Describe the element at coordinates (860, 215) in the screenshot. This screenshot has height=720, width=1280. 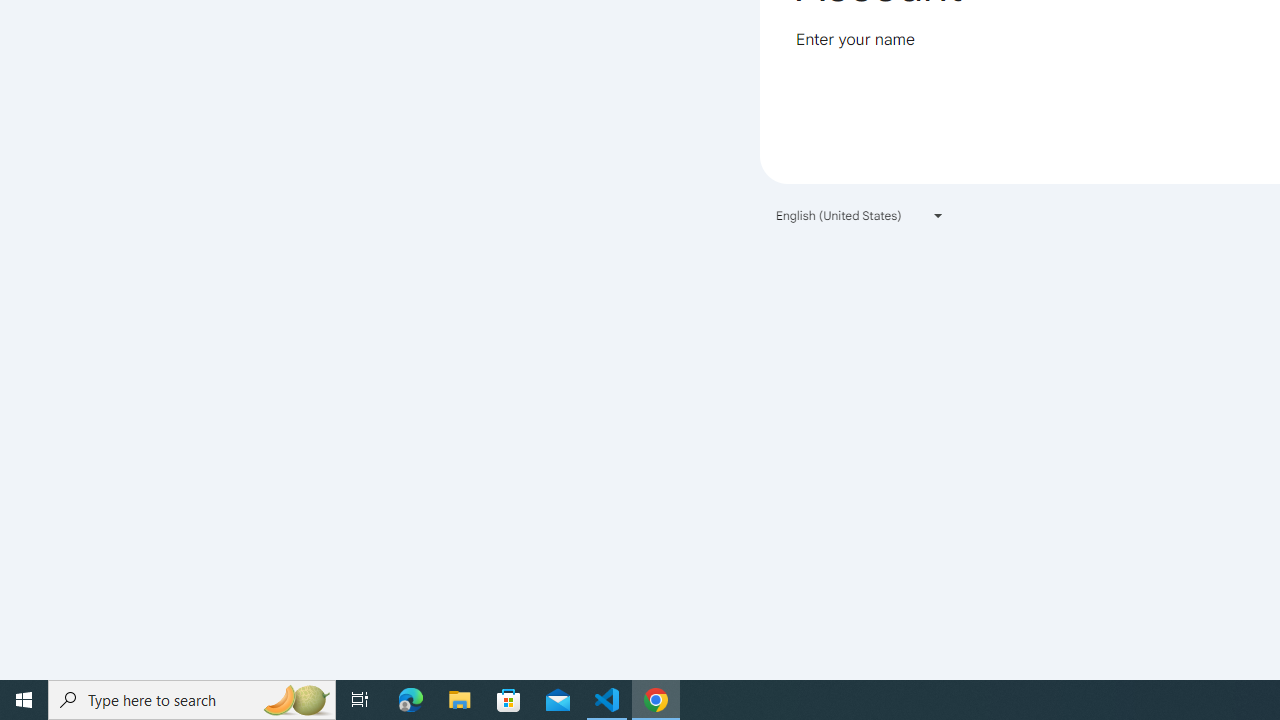
I see `'English (United States)'` at that location.